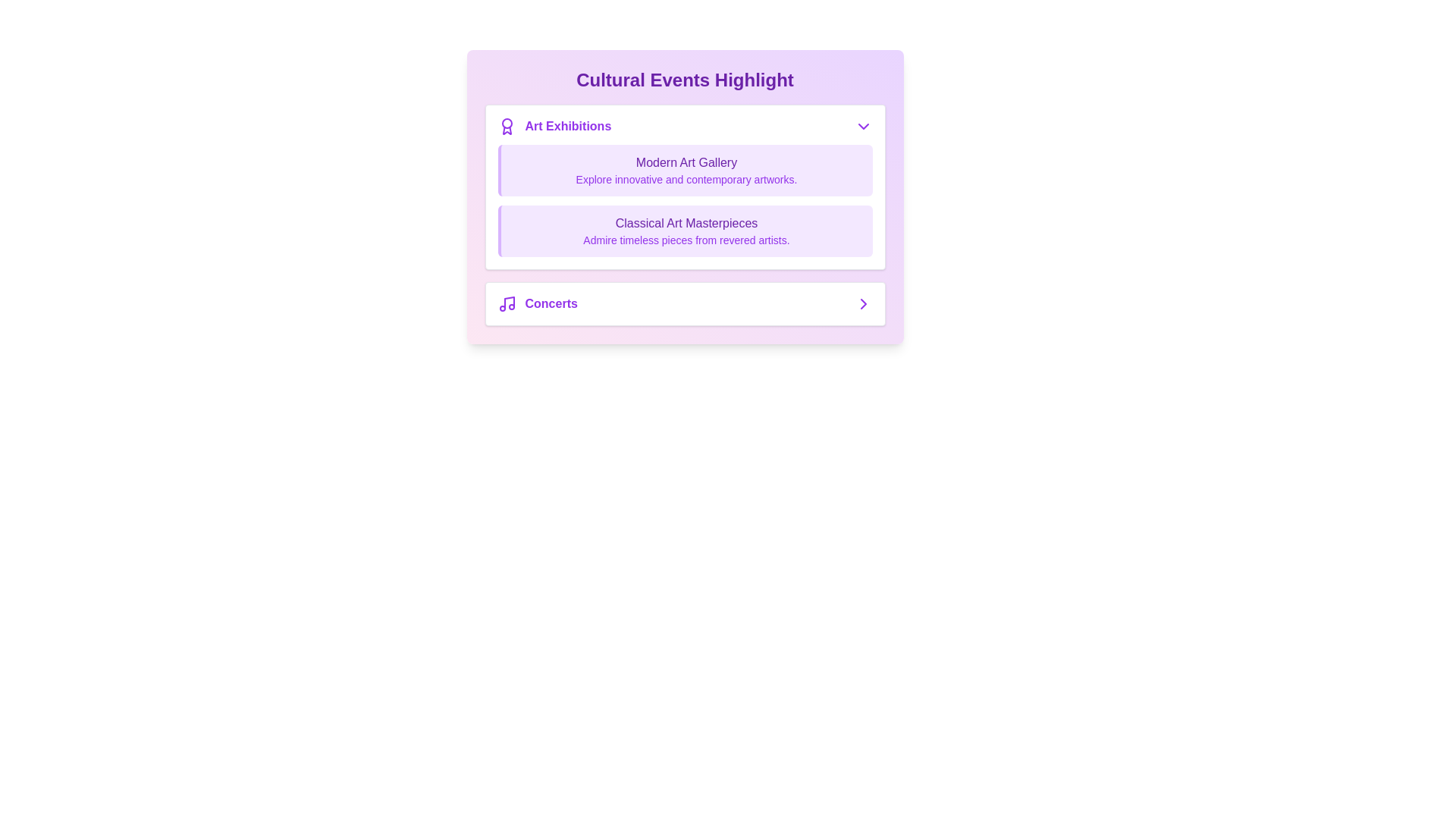 This screenshot has height=819, width=1456. What do you see at coordinates (684, 170) in the screenshot?
I see `the event item titled Modern Art Gallery to view its details` at bounding box center [684, 170].